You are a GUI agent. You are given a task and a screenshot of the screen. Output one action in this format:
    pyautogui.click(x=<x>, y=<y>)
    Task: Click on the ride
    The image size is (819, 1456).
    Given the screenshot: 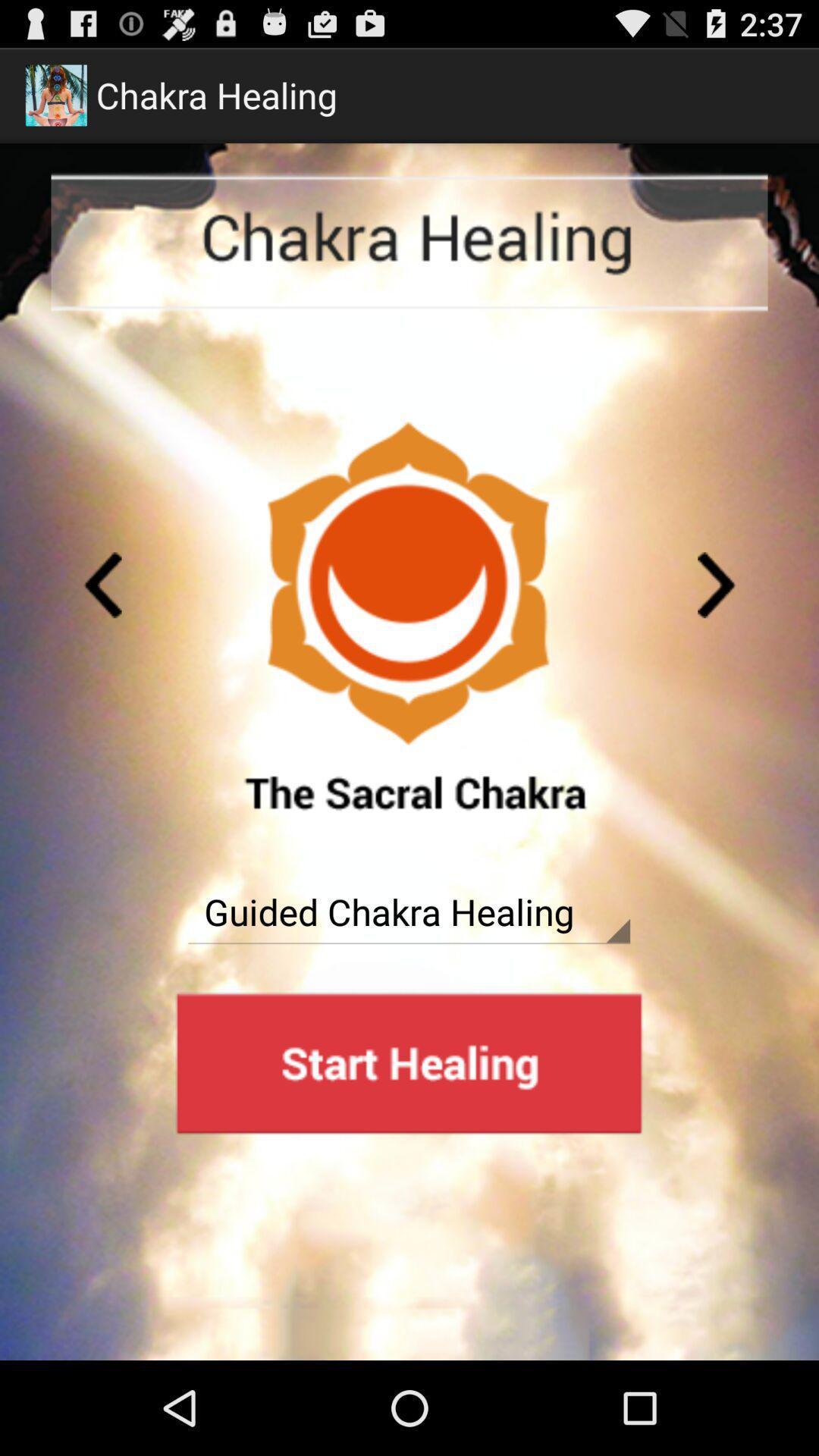 What is the action you would take?
    pyautogui.click(x=102, y=584)
    